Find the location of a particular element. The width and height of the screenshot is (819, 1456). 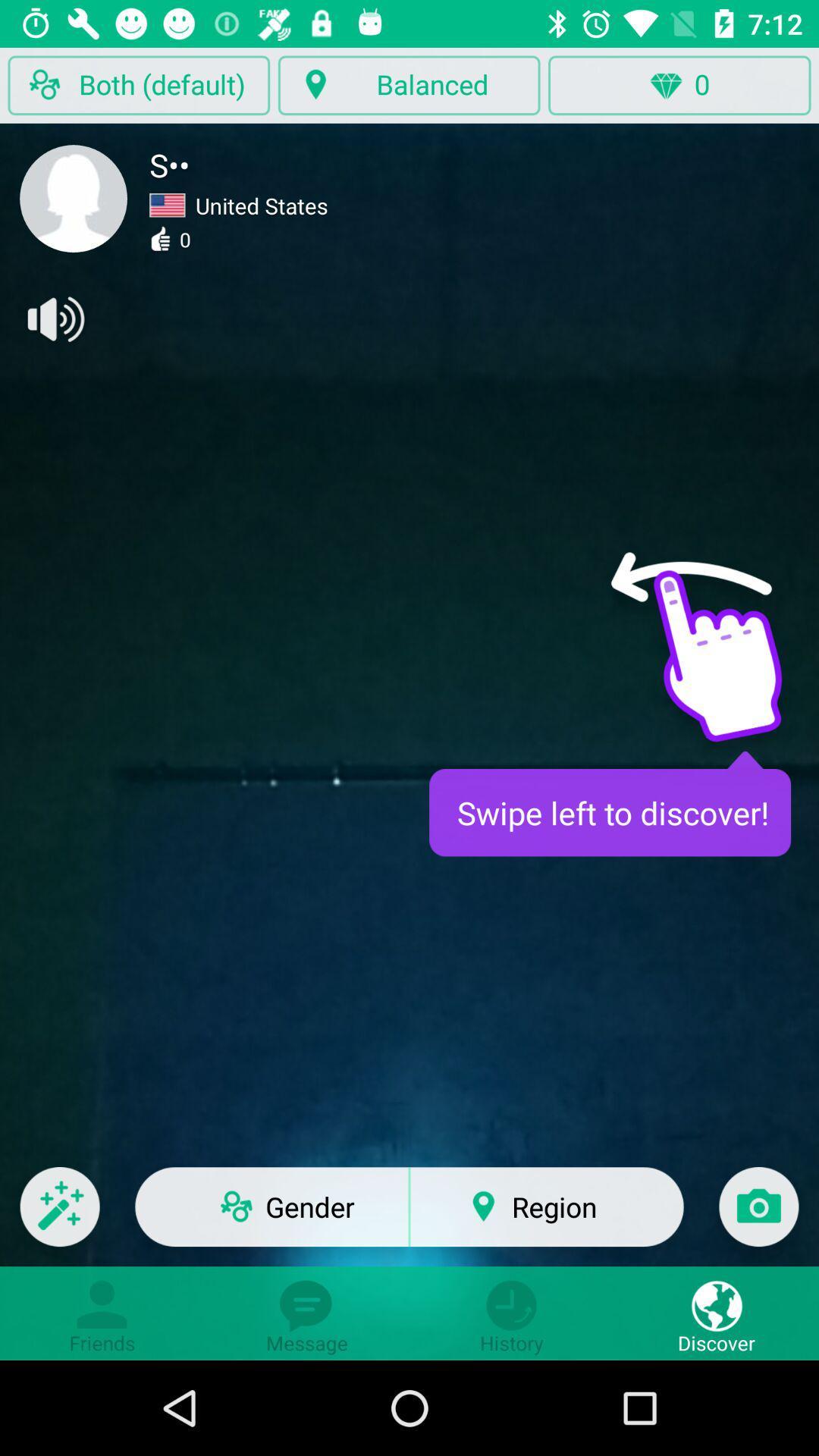

magic wand is located at coordinates (59, 1216).